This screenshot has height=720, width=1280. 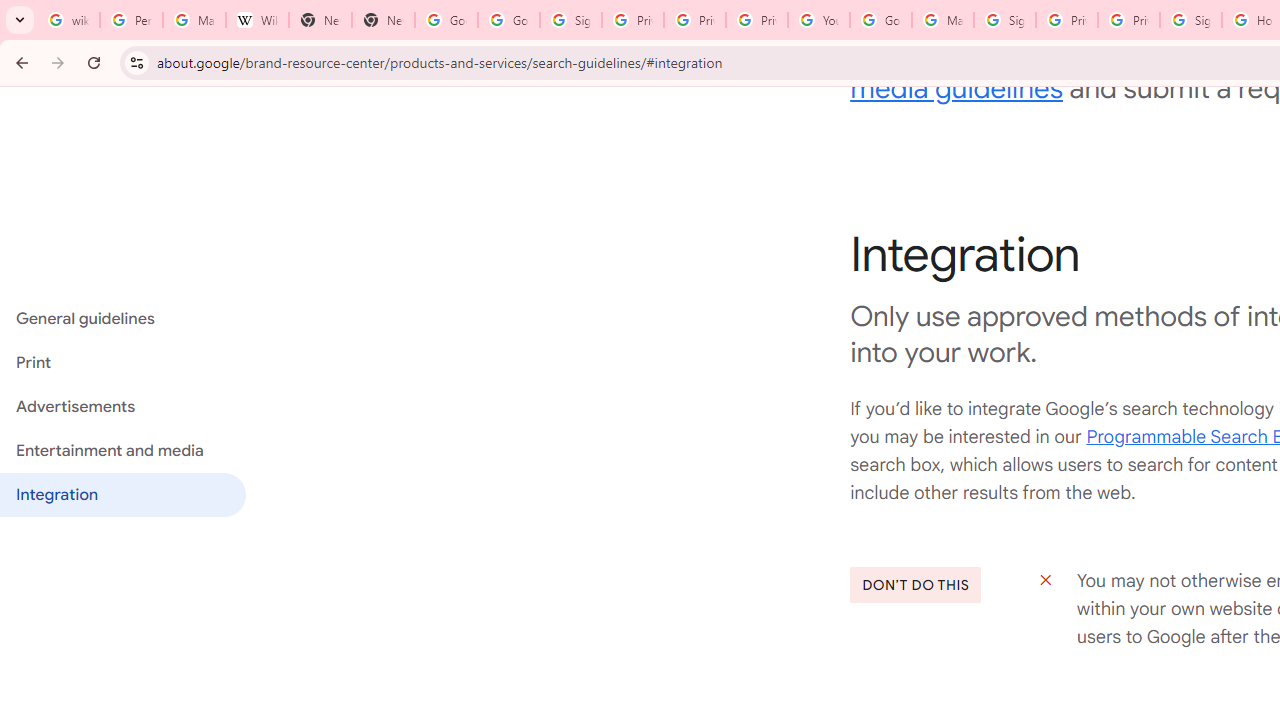 What do you see at coordinates (508, 20) in the screenshot?
I see `'Google Drive: Sign-in'` at bounding box center [508, 20].